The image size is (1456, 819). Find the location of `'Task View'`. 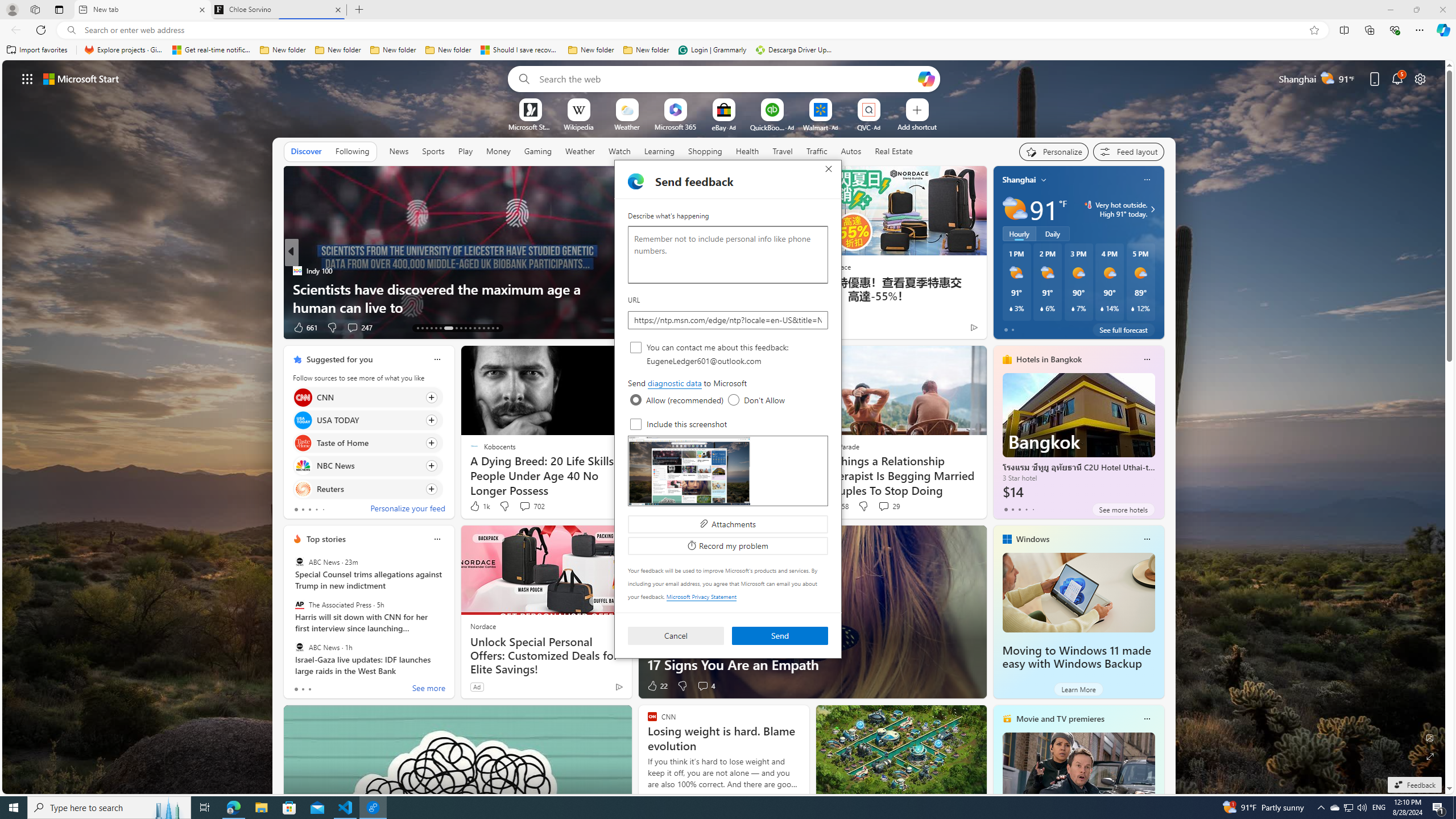

'Task View' is located at coordinates (204, 806).